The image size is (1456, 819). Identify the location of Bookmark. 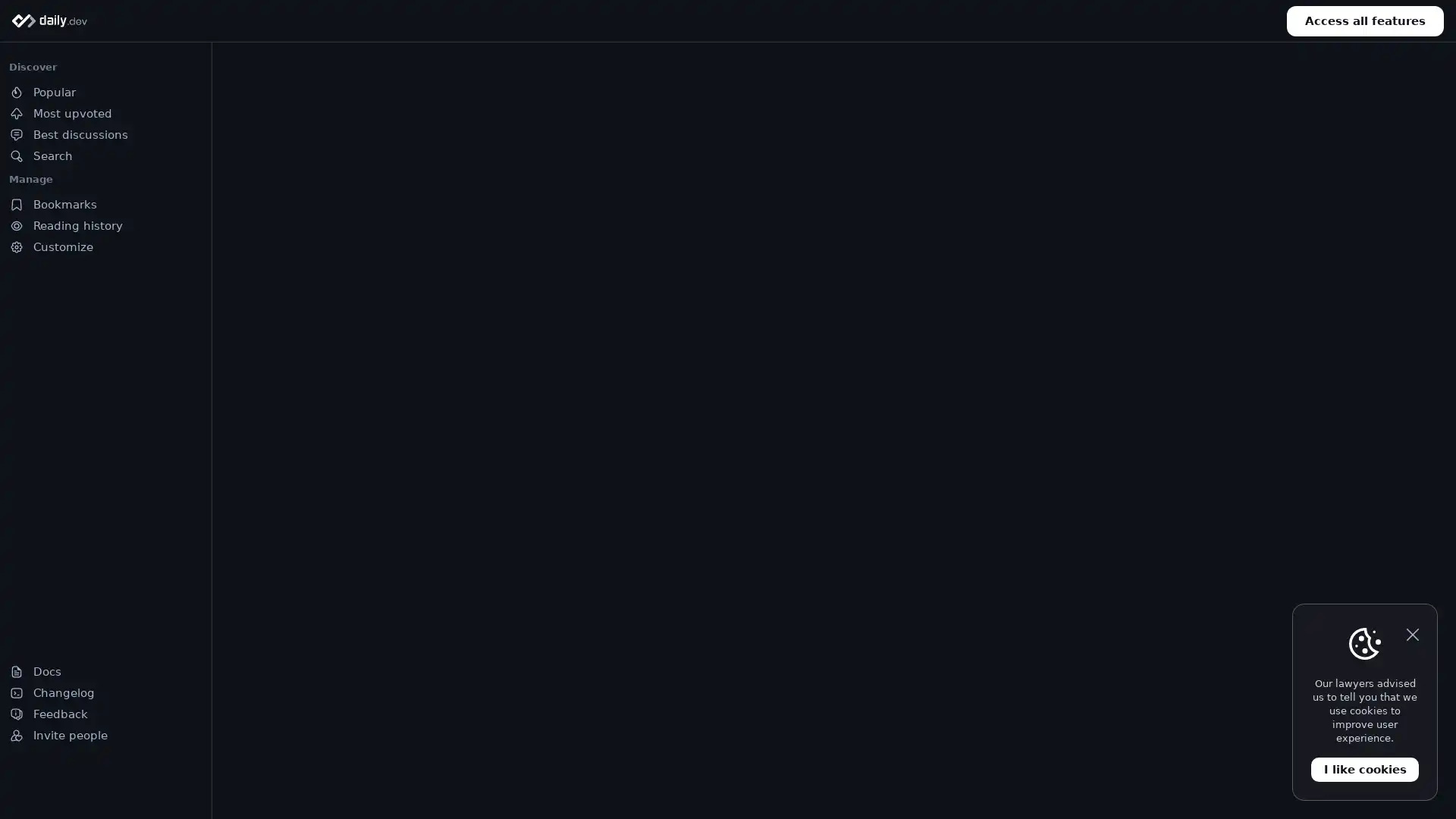
(1320, 739).